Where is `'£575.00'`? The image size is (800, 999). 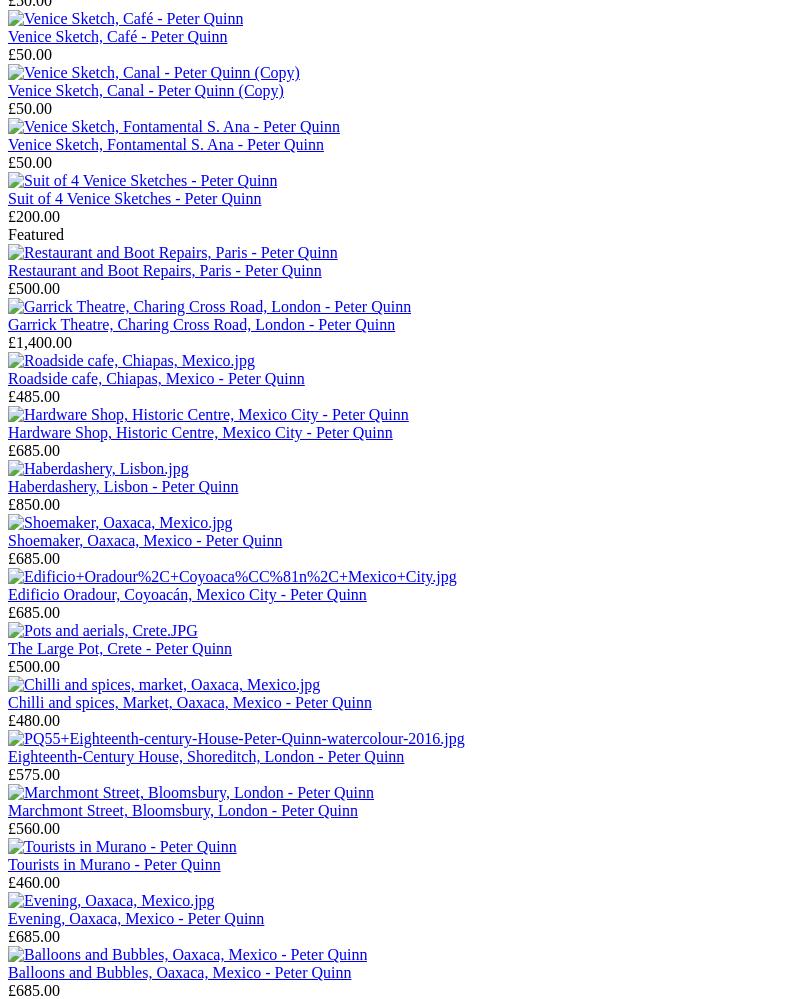
'£575.00' is located at coordinates (8, 773).